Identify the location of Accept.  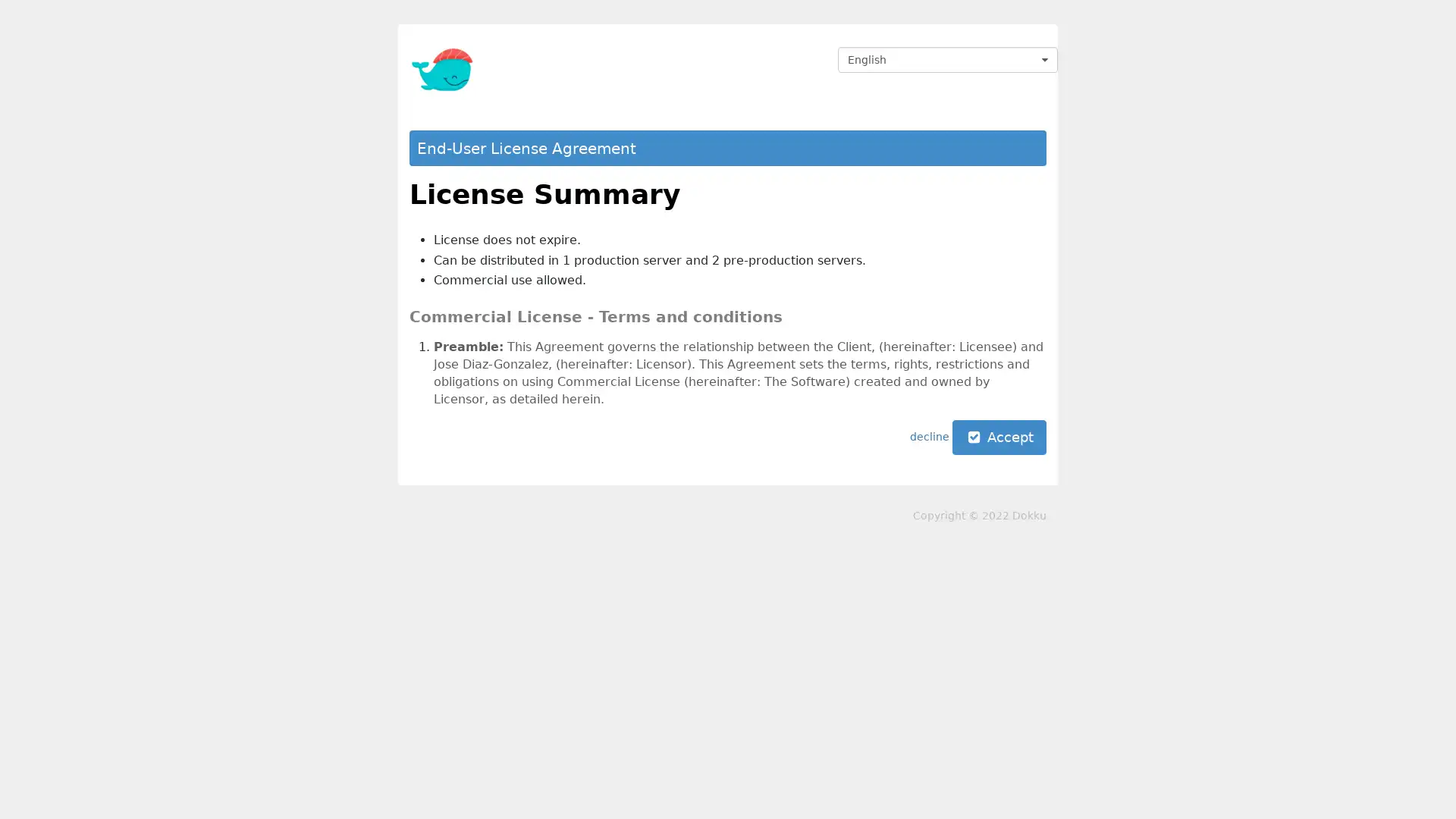
(999, 438).